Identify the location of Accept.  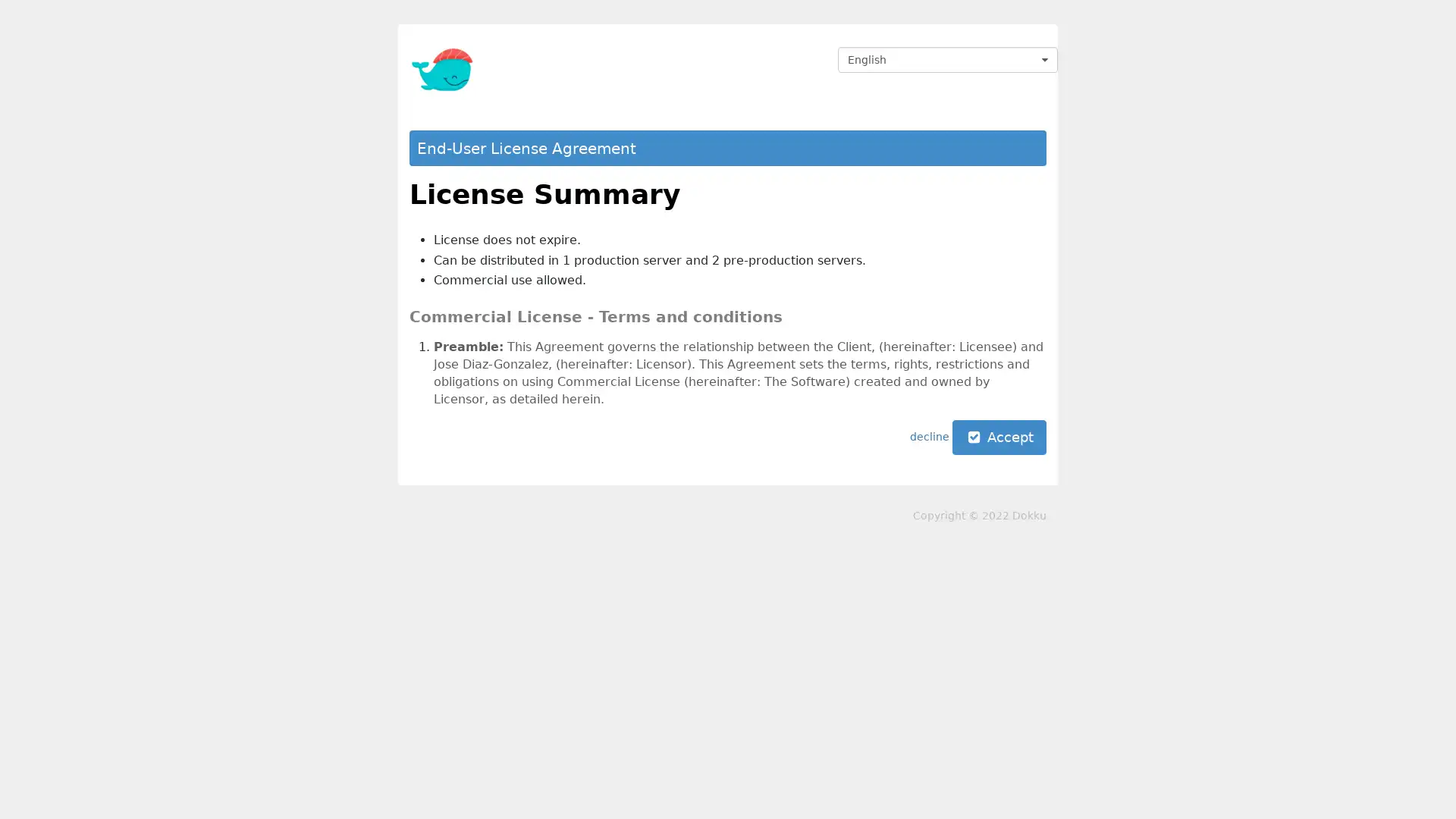
(999, 438).